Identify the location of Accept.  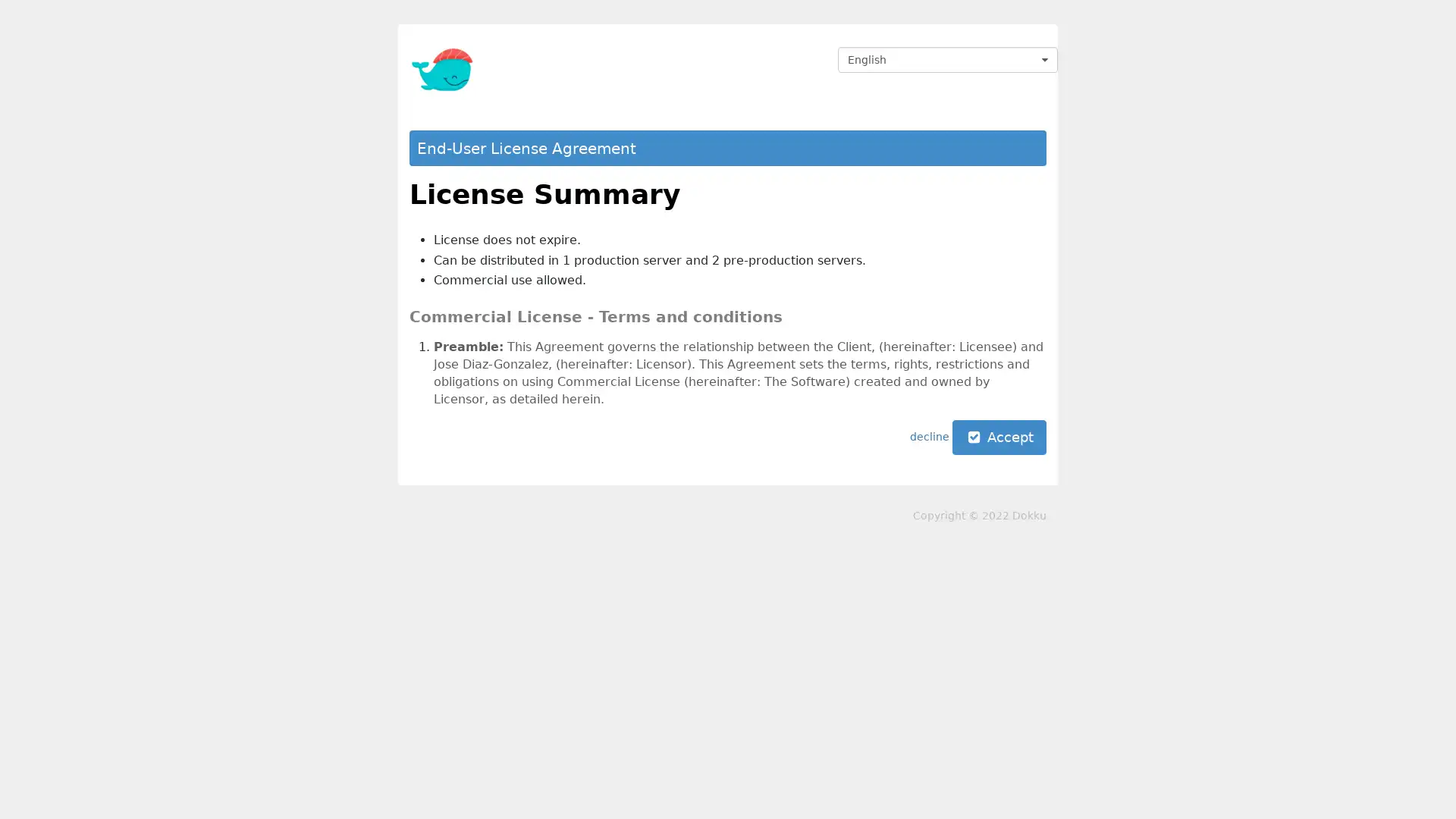
(999, 438).